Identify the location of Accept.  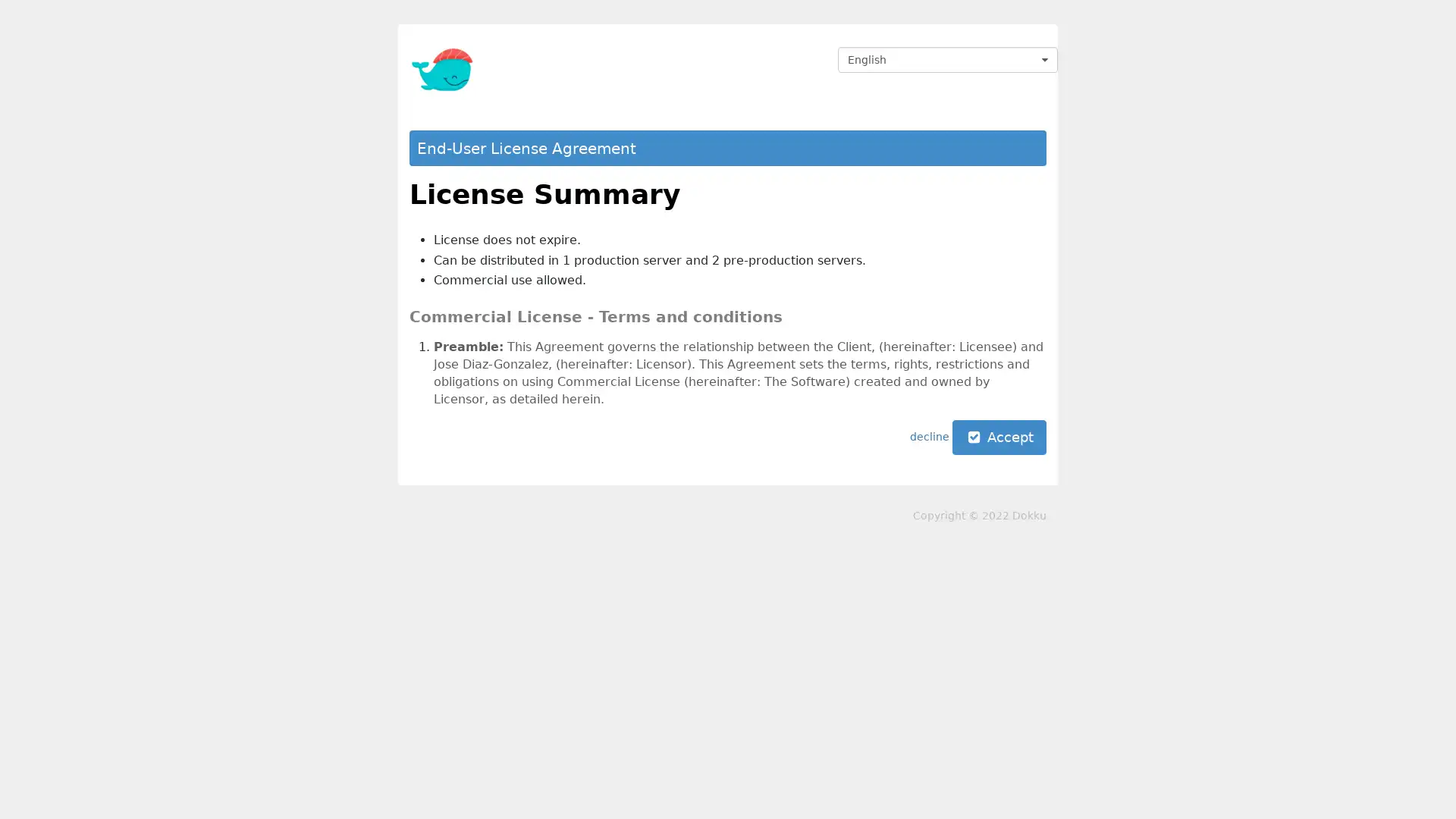
(999, 438).